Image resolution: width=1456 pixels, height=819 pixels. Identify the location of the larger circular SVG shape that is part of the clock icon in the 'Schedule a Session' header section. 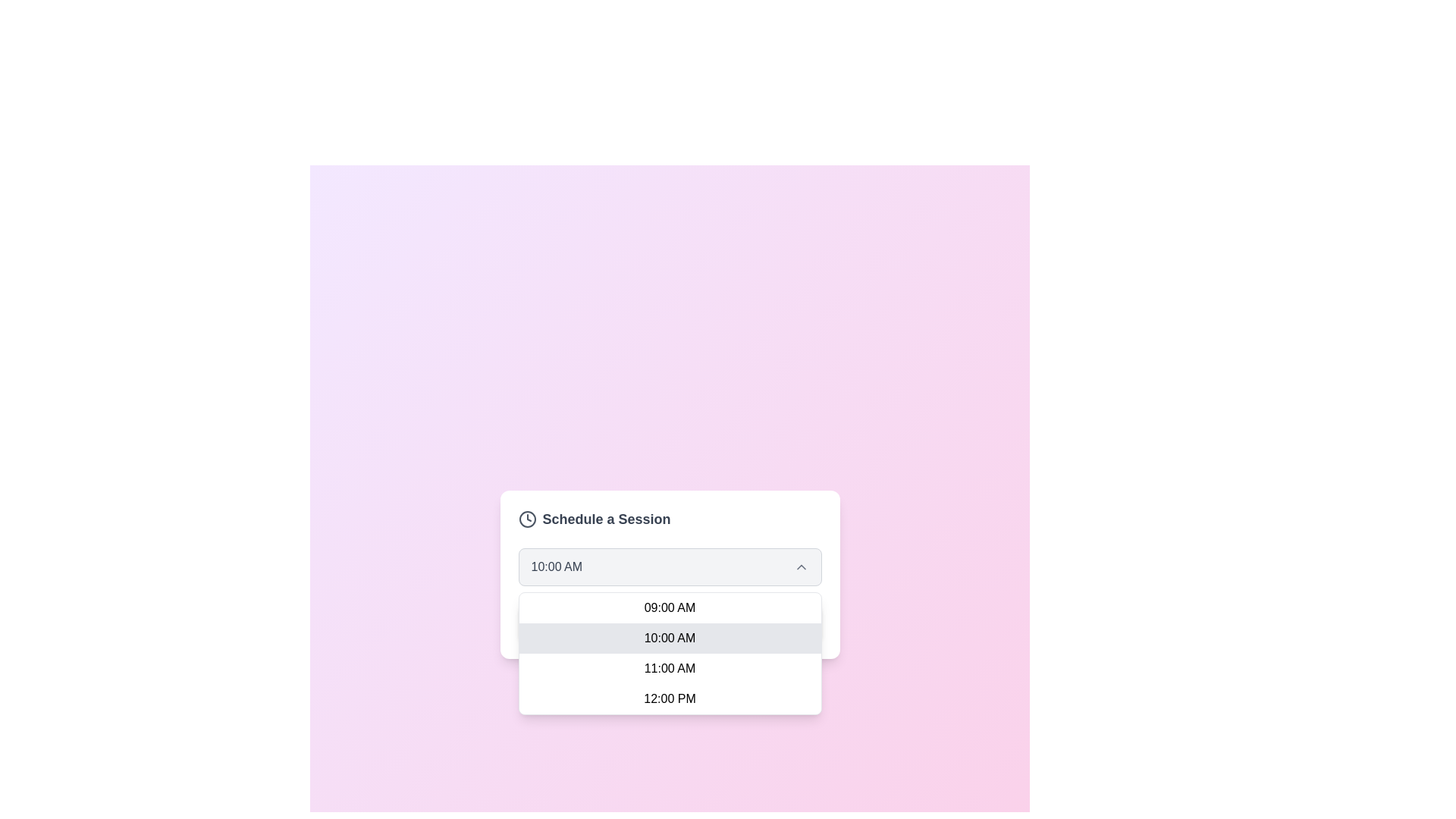
(527, 519).